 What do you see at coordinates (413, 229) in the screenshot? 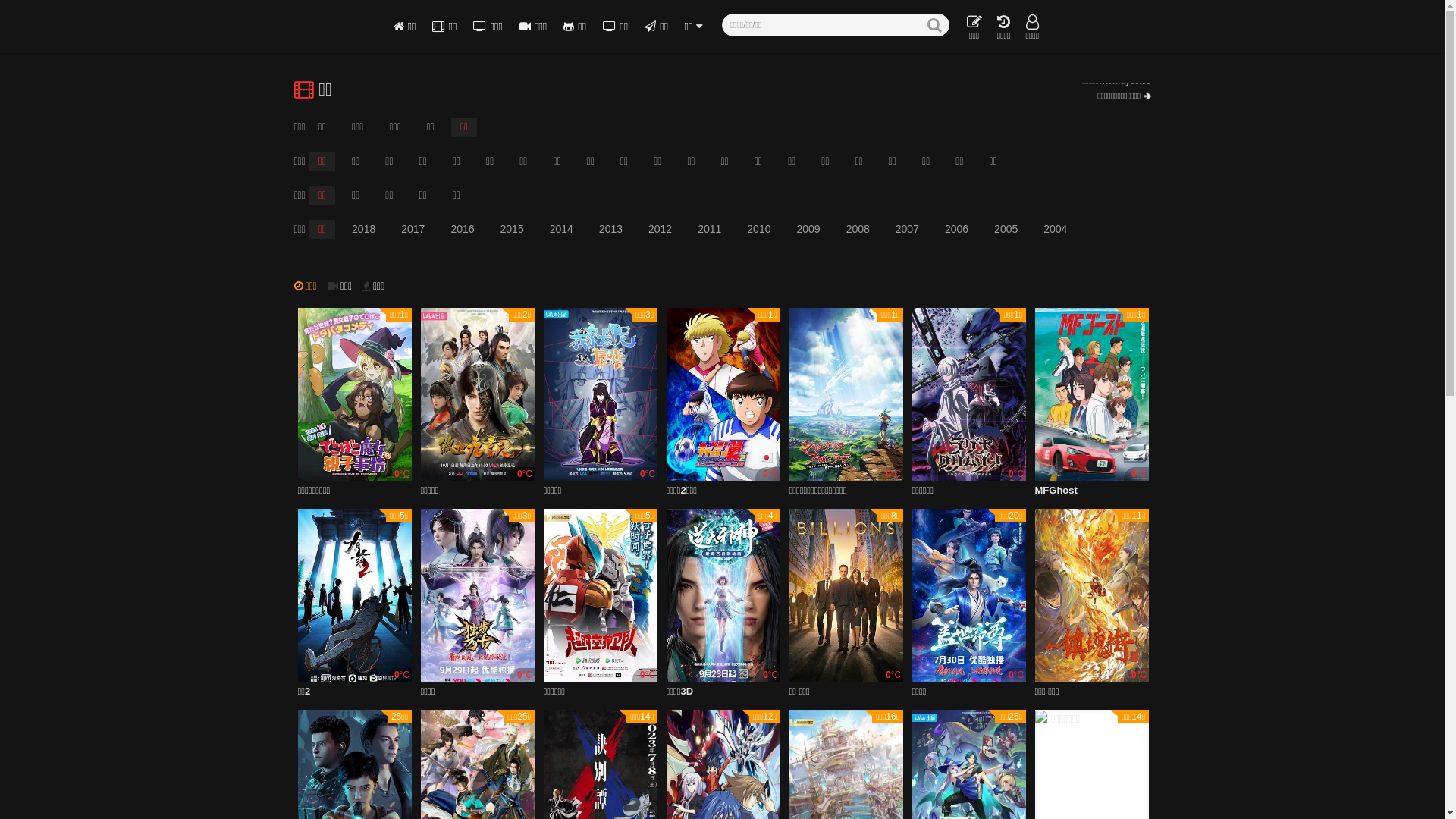
I see `'2017'` at bounding box center [413, 229].